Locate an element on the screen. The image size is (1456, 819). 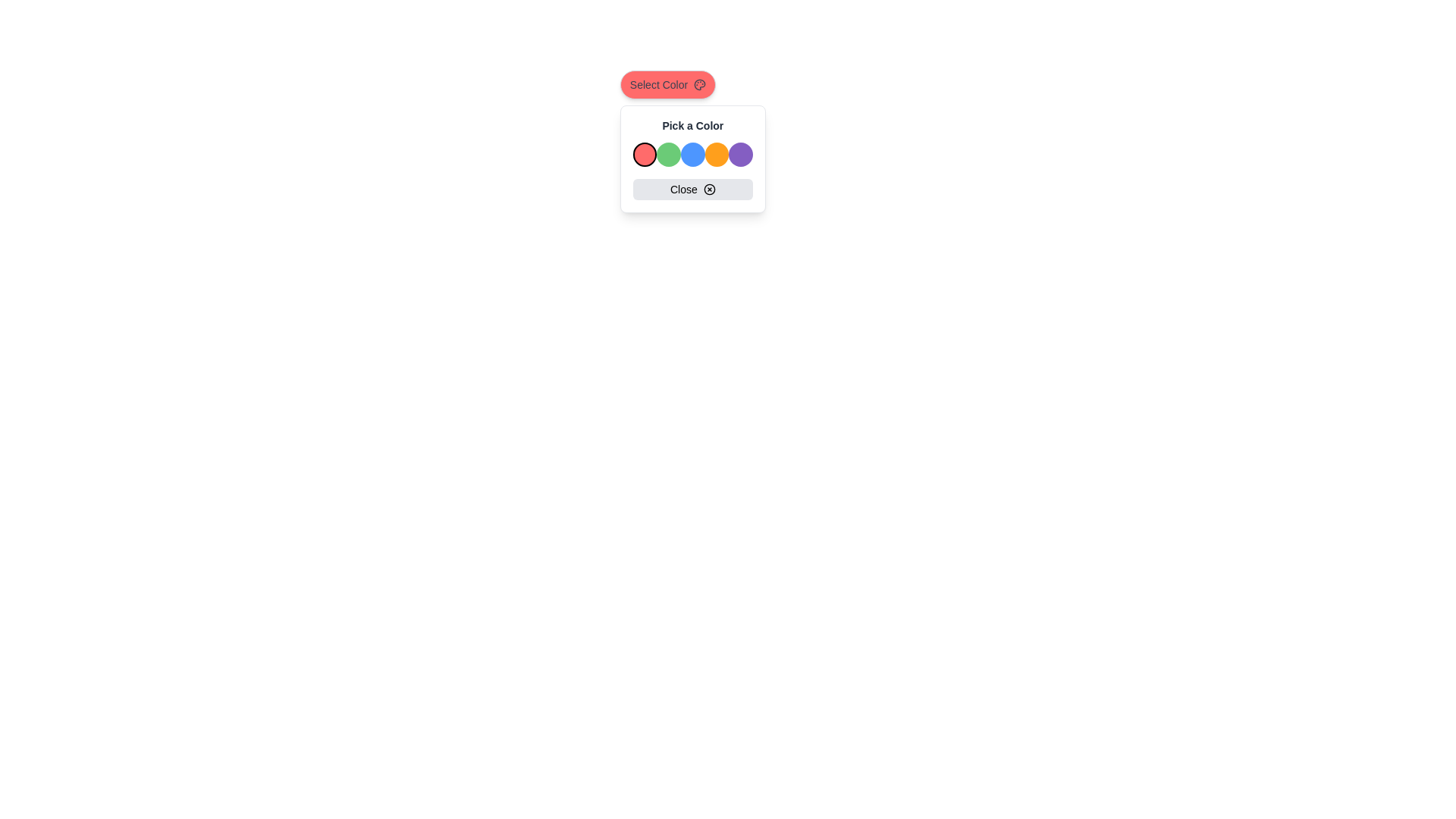
the 'Select Color' button with a red background and color palette icon is located at coordinates (667, 84).